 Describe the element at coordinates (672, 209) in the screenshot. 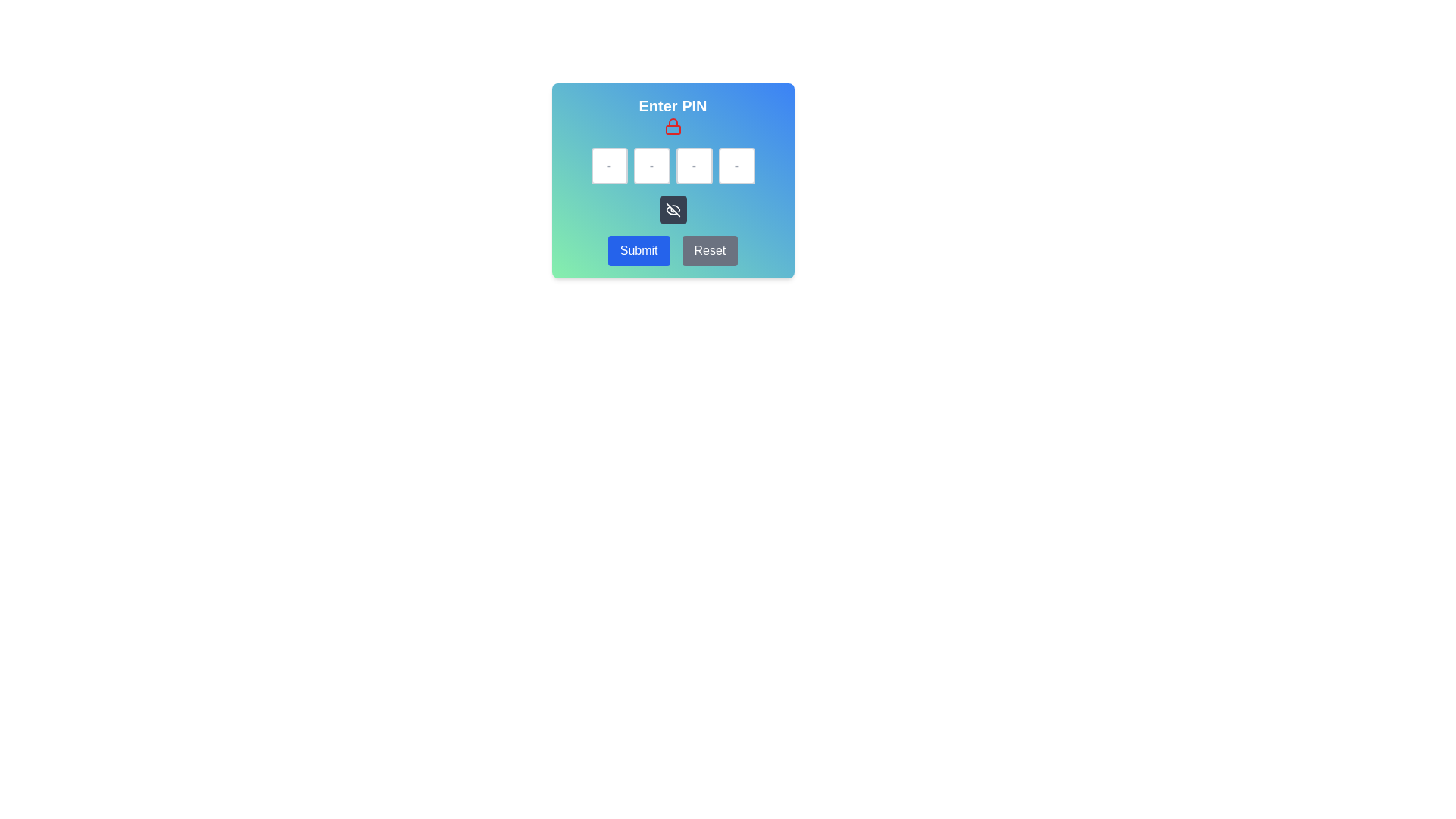

I see `the toggle button that reveals or hides the PIN input fields, located centrally below the PIN input boxes and above the Submit and Reset buttons` at that location.